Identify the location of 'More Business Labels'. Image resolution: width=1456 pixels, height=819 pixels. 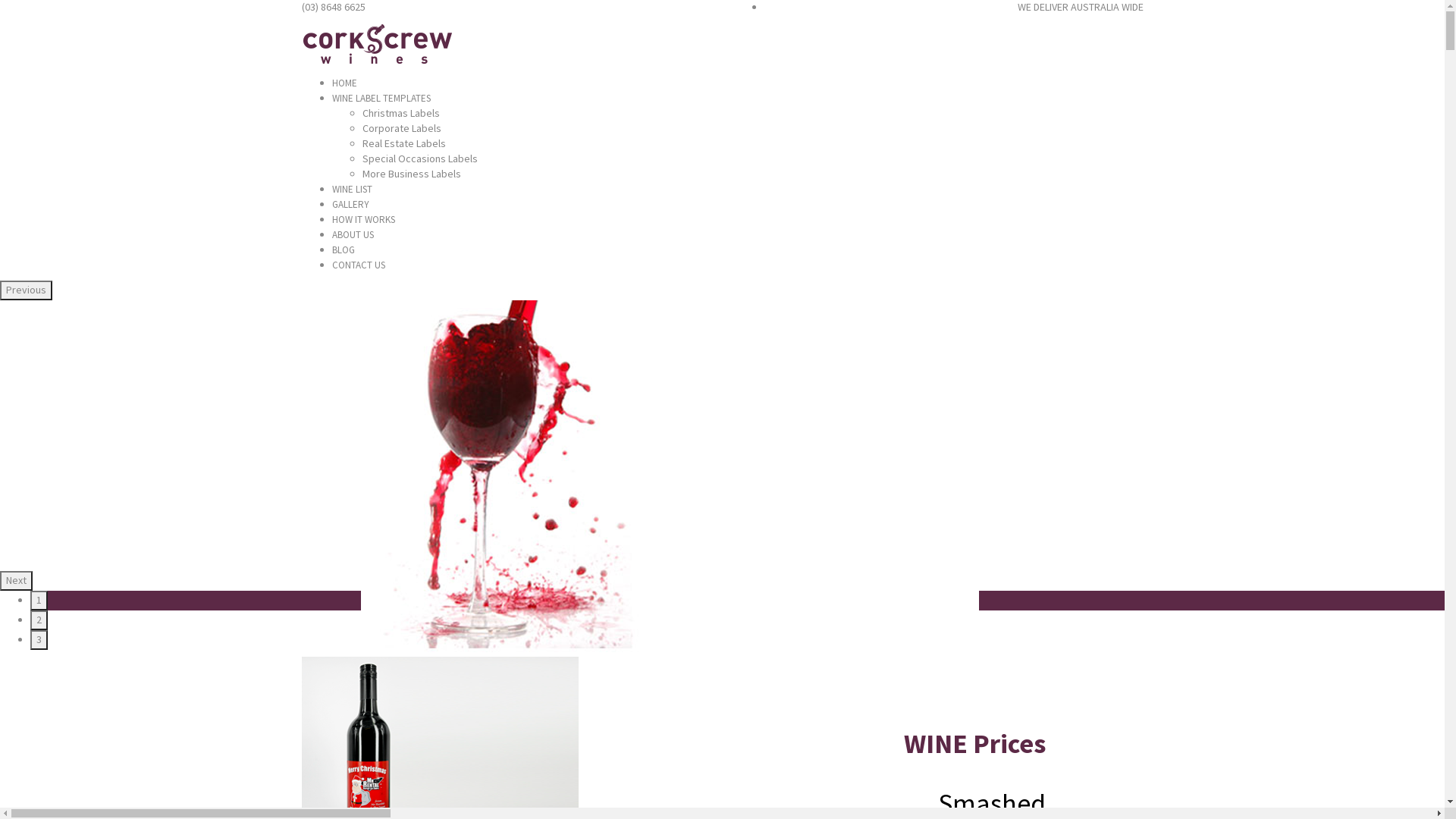
(411, 172).